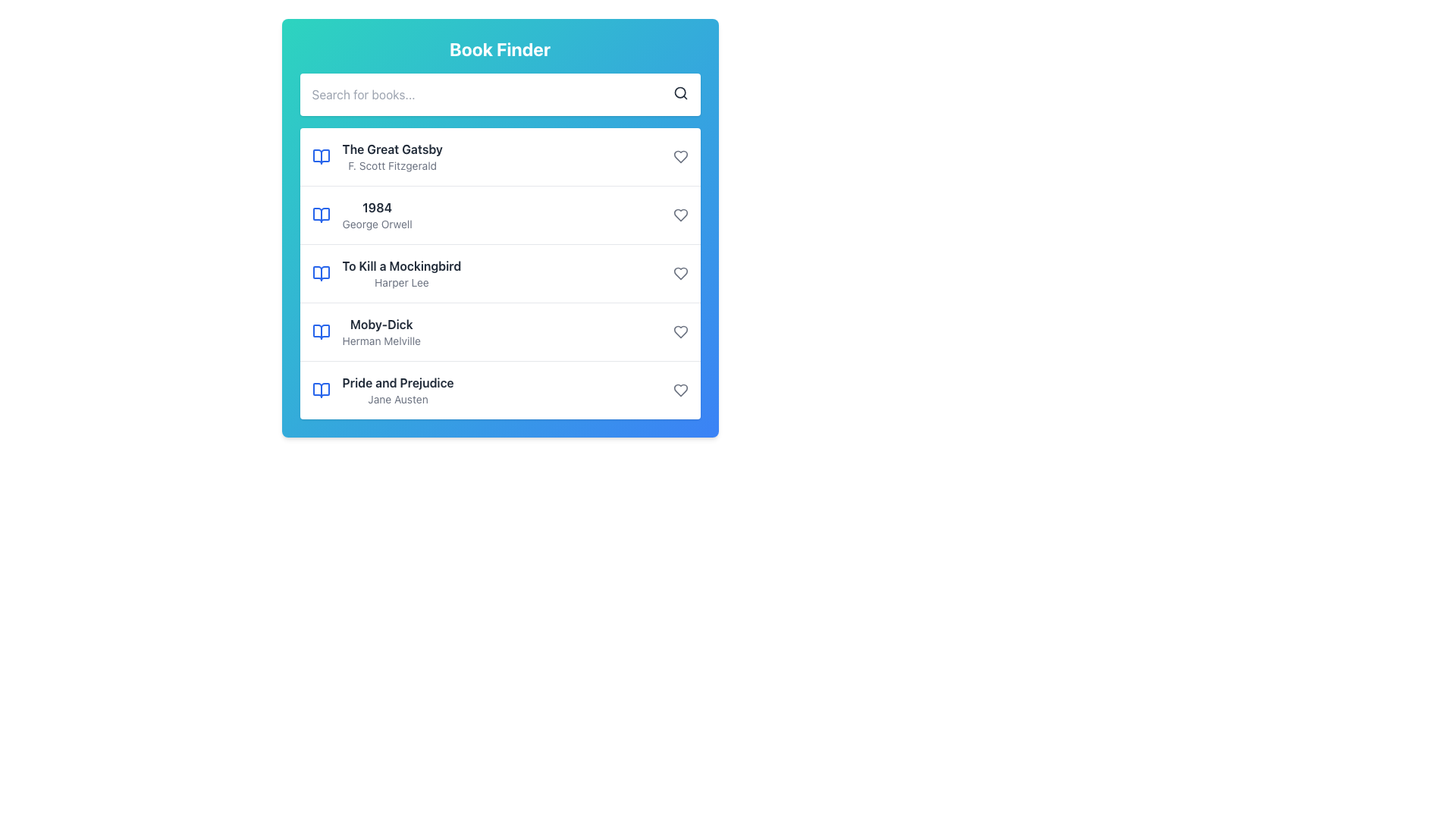  What do you see at coordinates (320, 390) in the screenshot?
I see `the blue book icon styled as an outline, positioned to the left of the text 'Pride and Prejudice' by Jane Austen` at bounding box center [320, 390].